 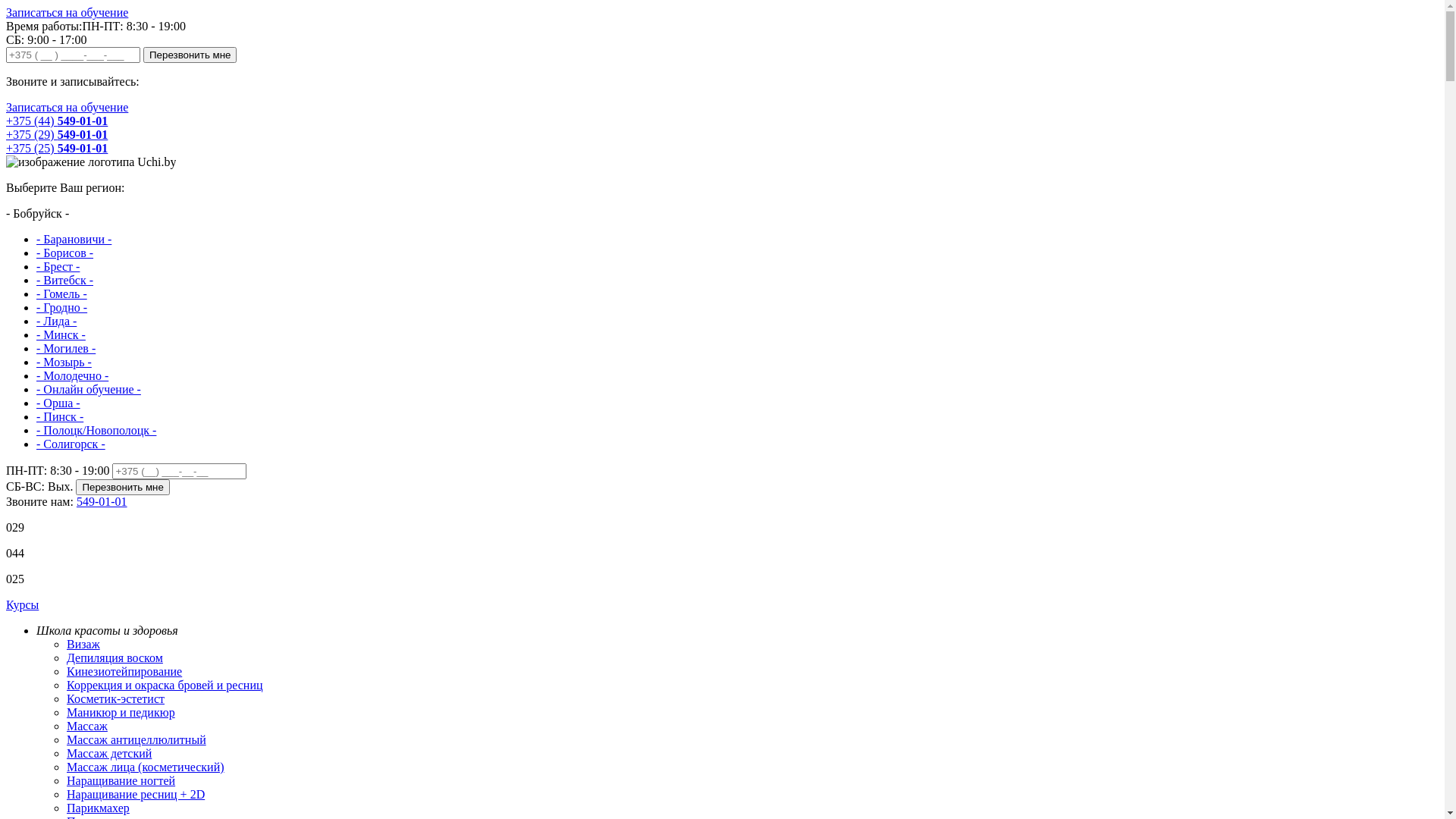 I want to click on '549-01-01', so click(x=101, y=501).